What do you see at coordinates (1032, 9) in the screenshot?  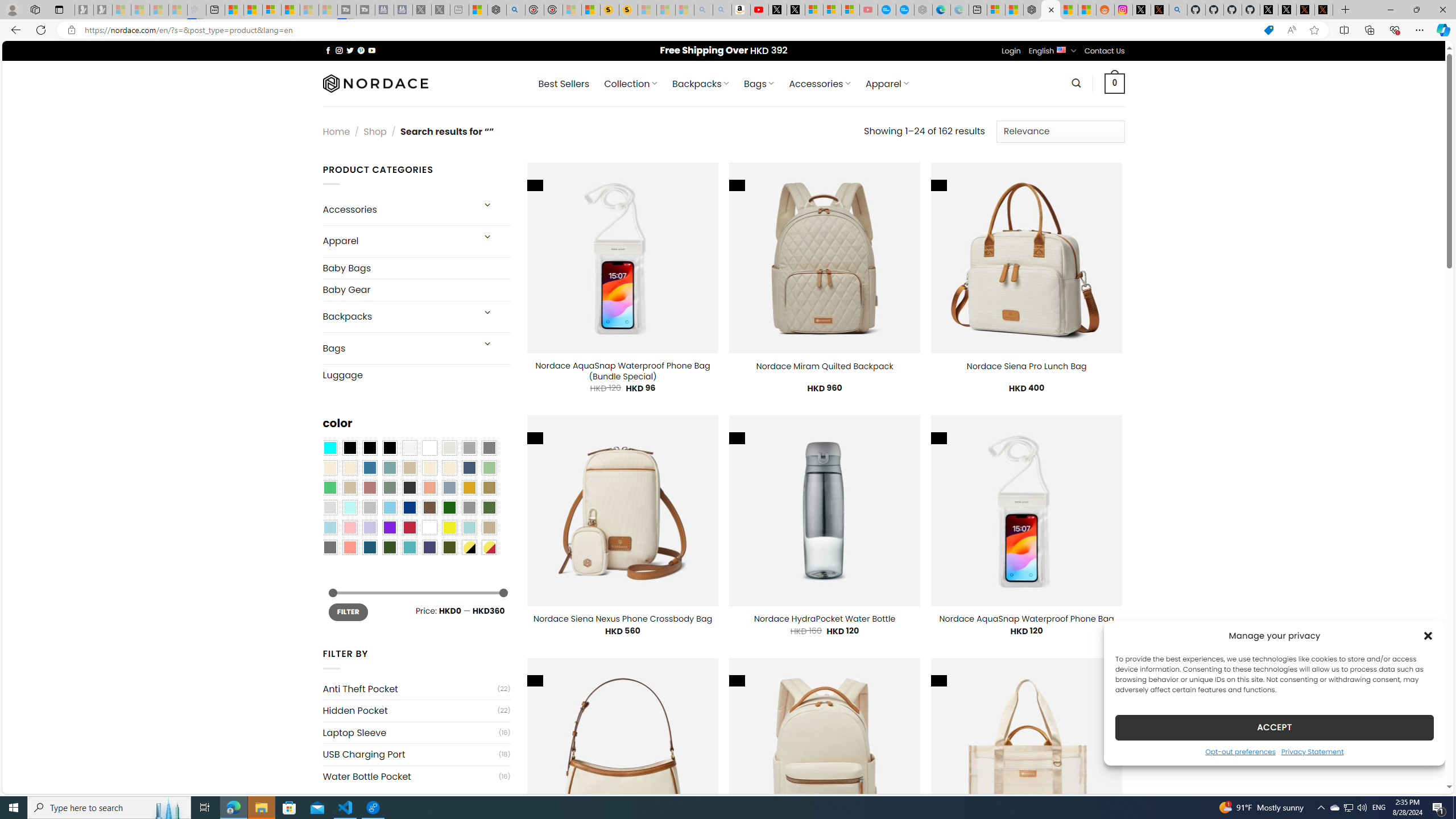 I see `'Nordace - Best Sellers'` at bounding box center [1032, 9].